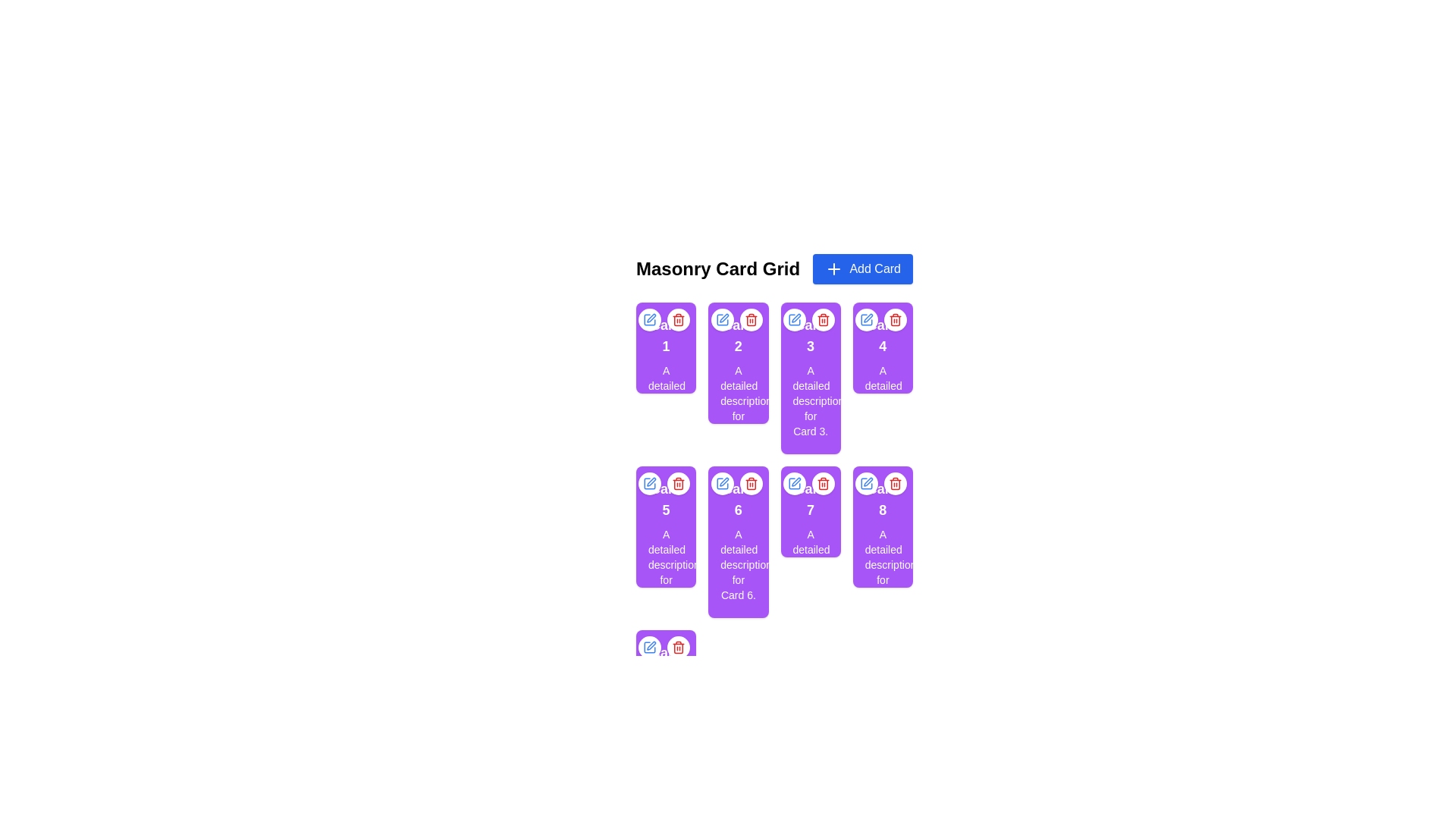 The image size is (1456, 819). I want to click on the circular delete button with a red trash-can icon, located at the top-right of the card, to observe its red hover effect, so click(678, 318).